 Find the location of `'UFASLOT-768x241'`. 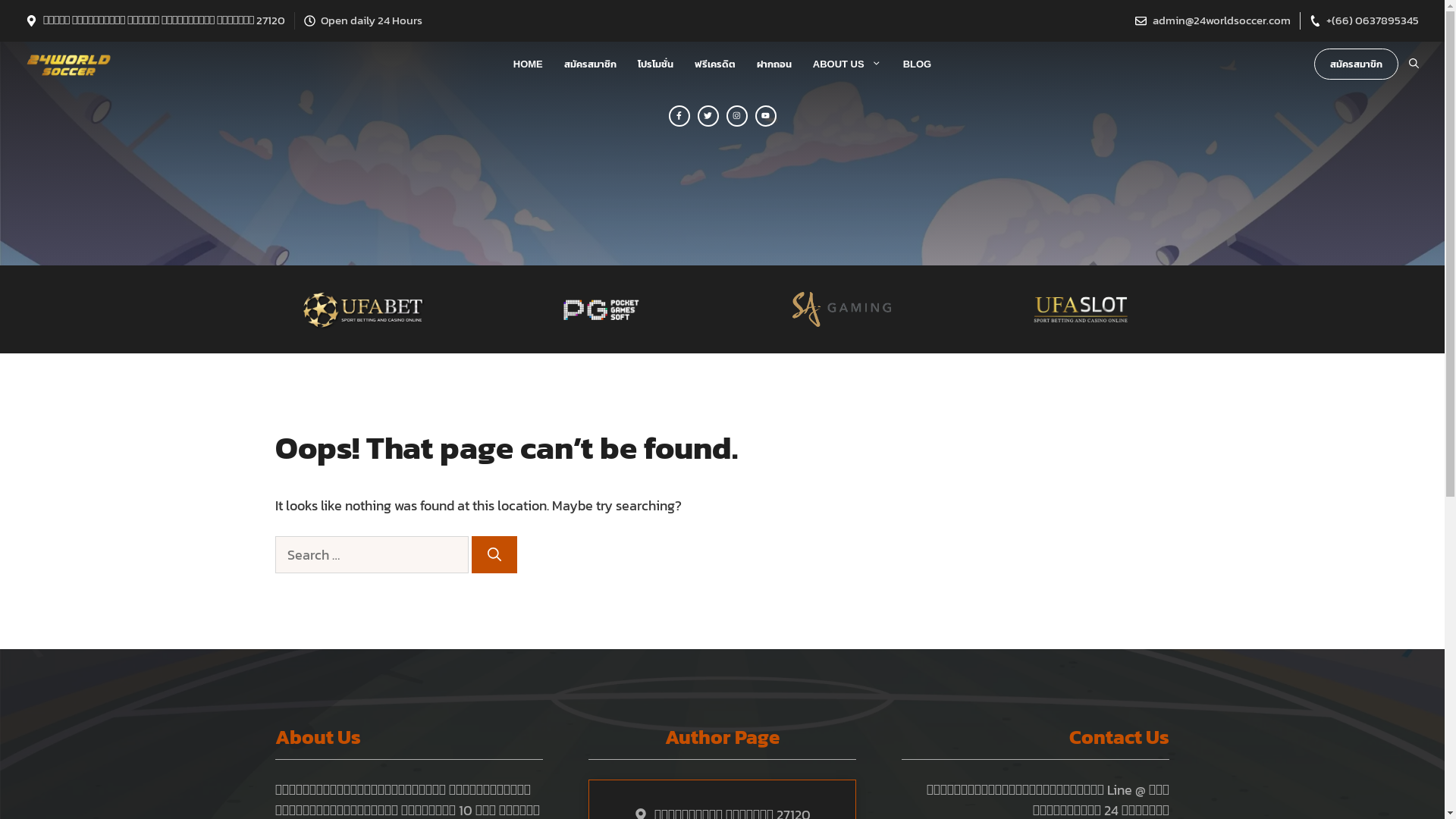

'UFASLOT-768x241' is located at coordinates (1080, 309).